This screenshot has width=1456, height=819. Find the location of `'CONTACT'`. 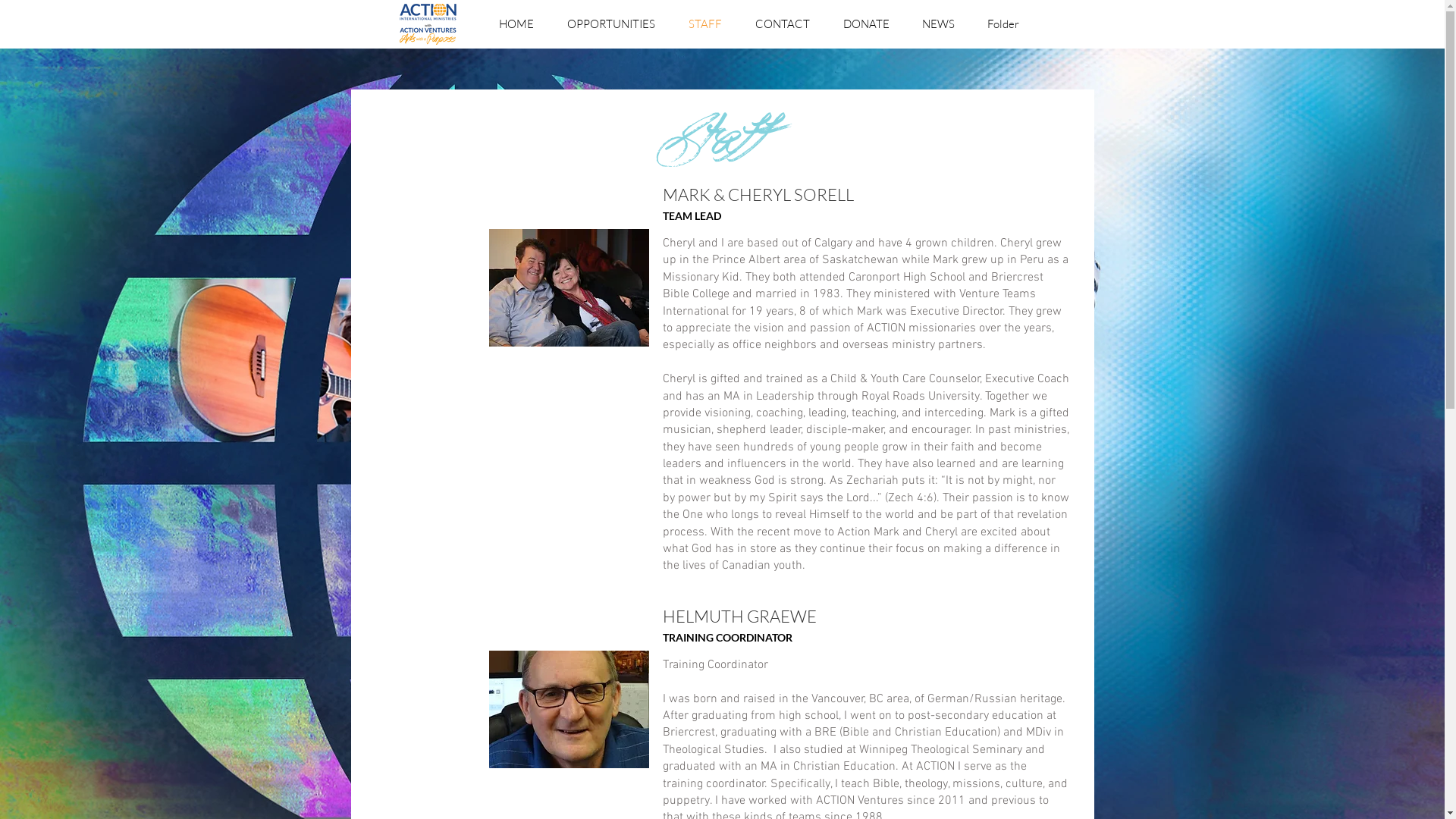

'CONTACT' is located at coordinates (783, 24).